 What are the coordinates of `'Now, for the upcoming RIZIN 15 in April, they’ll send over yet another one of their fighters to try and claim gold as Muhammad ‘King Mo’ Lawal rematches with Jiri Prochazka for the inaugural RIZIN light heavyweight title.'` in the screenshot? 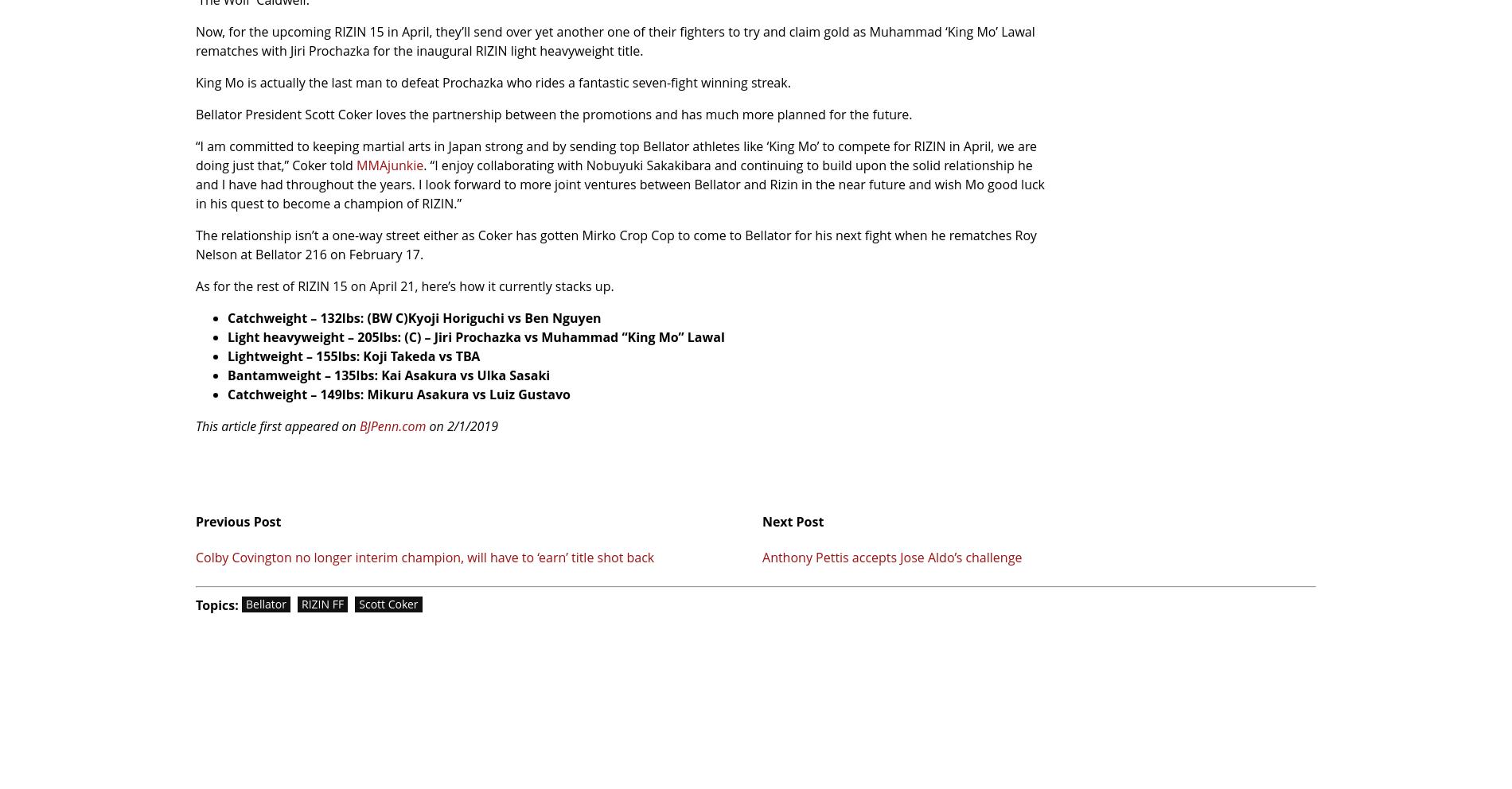 It's located at (614, 40).